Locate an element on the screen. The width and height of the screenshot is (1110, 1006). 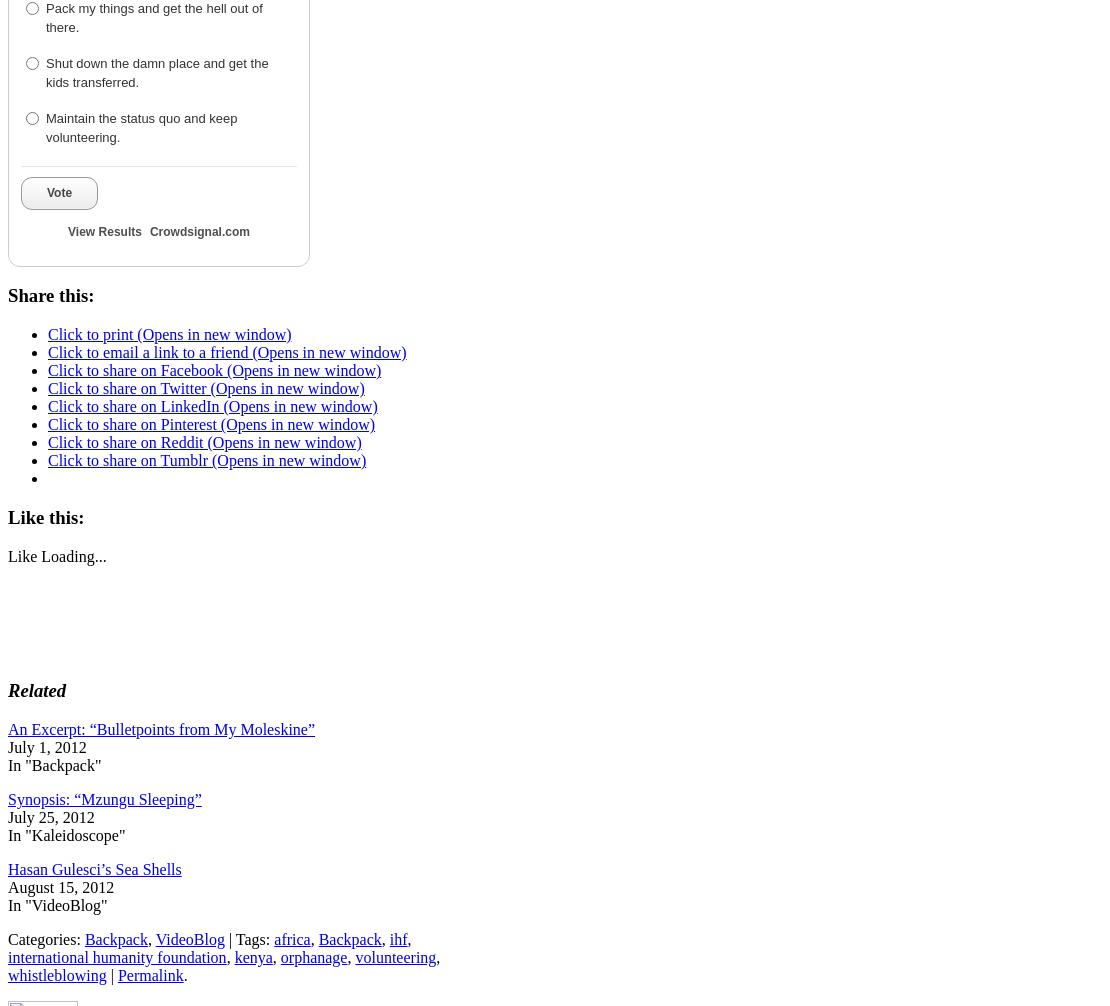
'July 1, 2012' is located at coordinates (7, 746).